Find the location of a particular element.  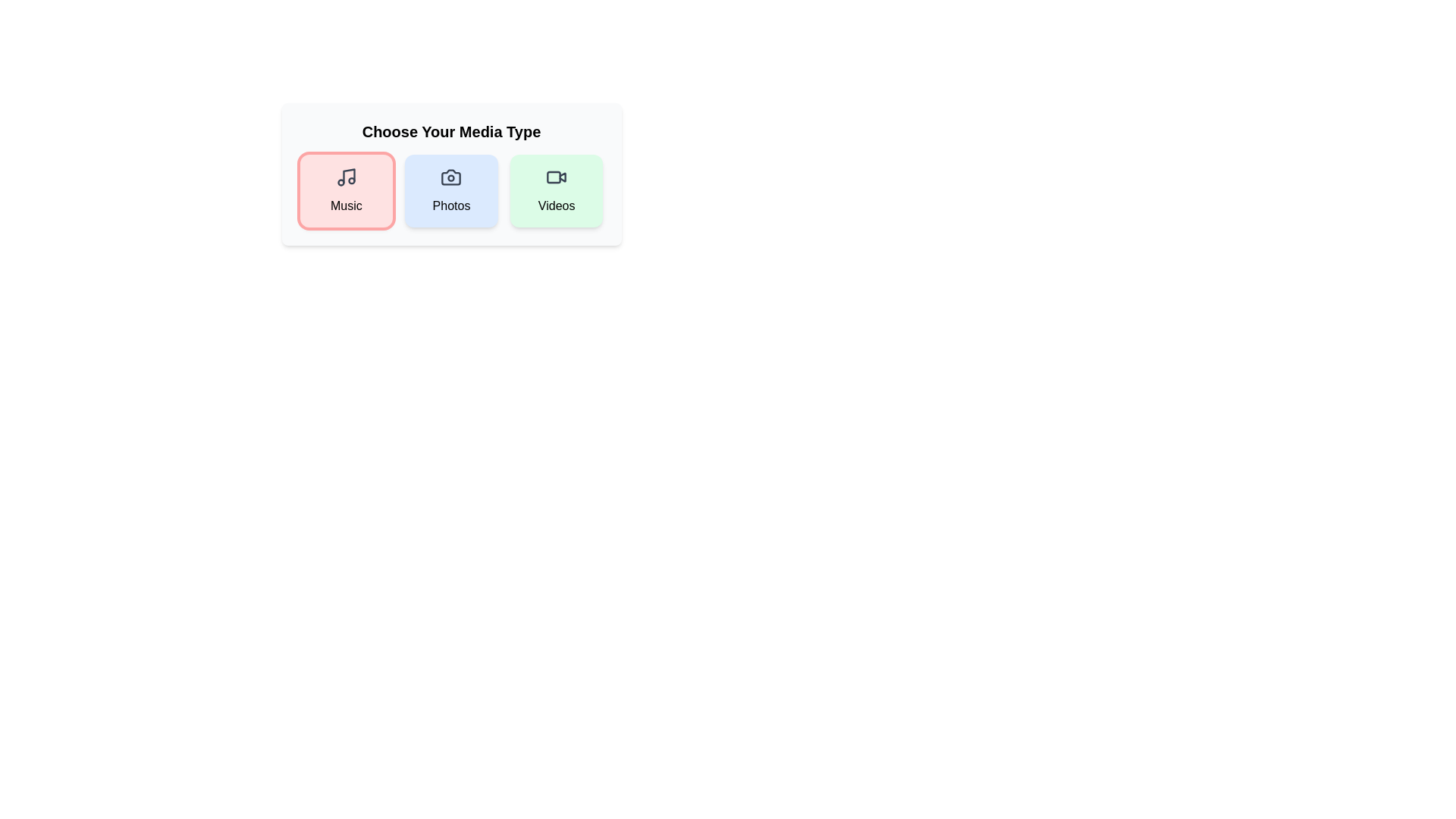

the video icon decoration located on the rightmost segment of the 'Videos' button in the second row of media type selection, which visually represents a camera or playback icon is located at coordinates (562, 176).